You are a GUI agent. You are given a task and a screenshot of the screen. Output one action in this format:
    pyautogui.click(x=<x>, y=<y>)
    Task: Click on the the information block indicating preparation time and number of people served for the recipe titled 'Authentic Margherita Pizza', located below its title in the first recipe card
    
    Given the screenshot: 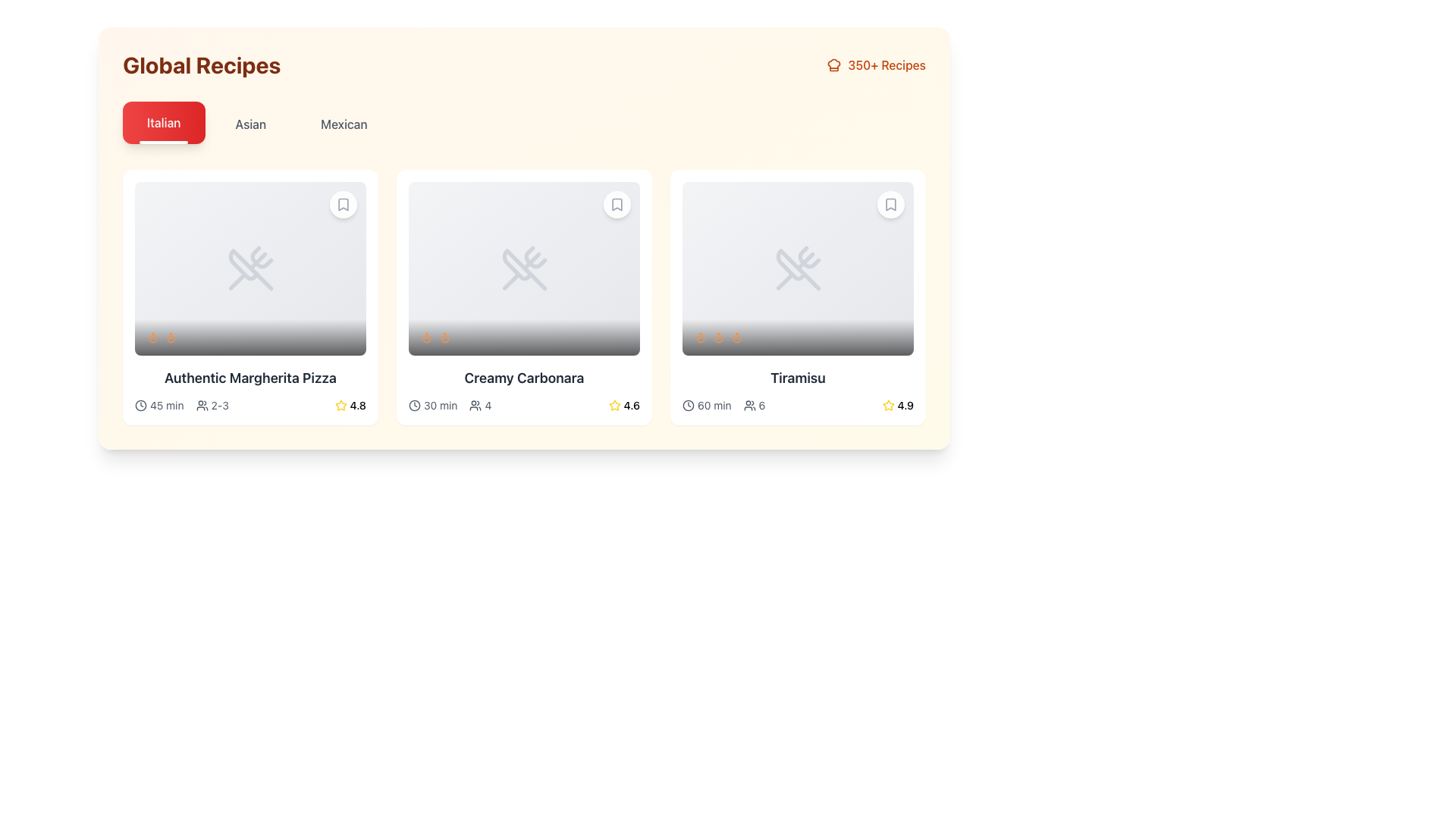 What is the action you would take?
    pyautogui.click(x=182, y=404)
    